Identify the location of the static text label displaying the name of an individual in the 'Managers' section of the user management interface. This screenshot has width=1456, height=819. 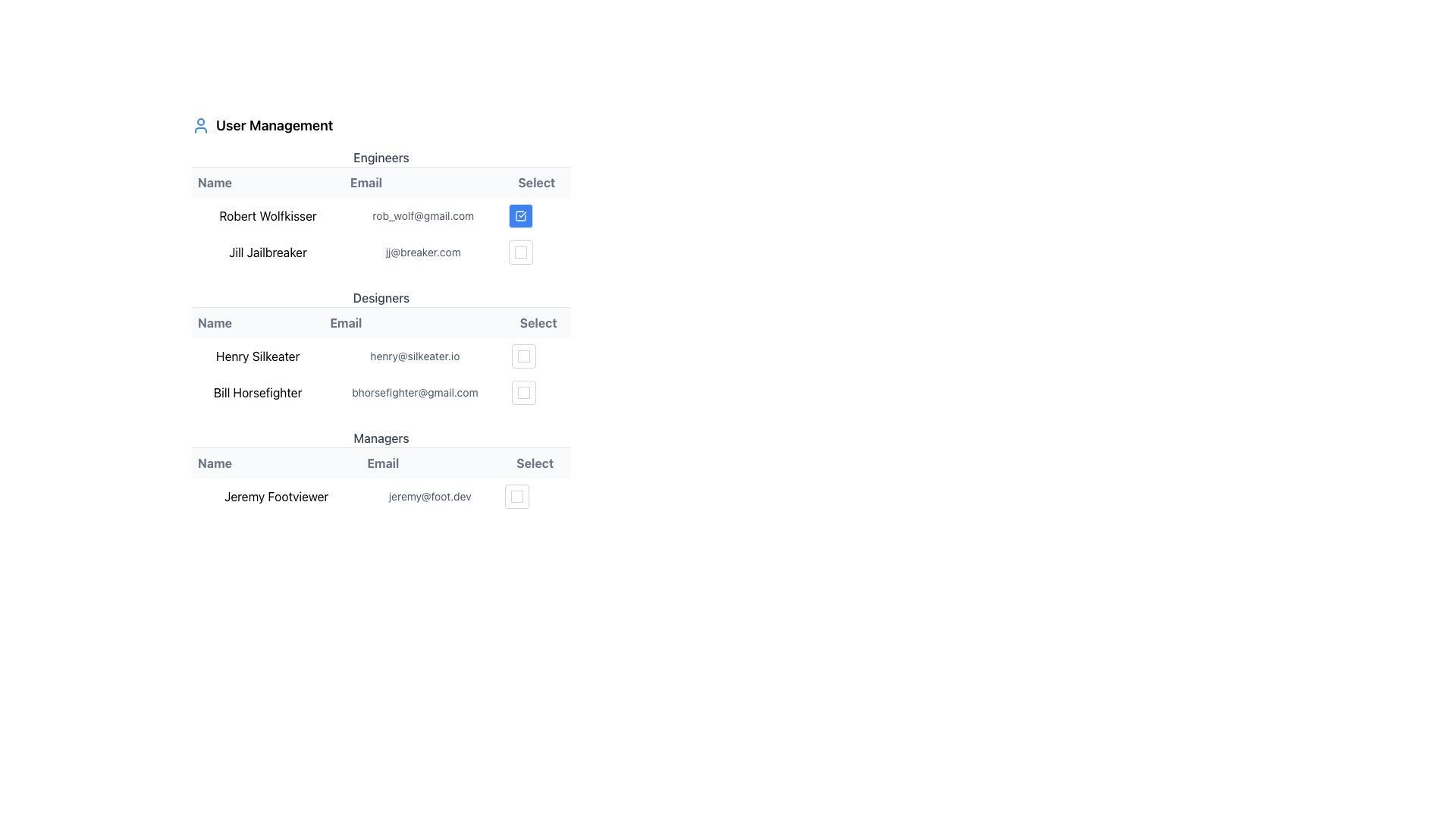
(276, 497).